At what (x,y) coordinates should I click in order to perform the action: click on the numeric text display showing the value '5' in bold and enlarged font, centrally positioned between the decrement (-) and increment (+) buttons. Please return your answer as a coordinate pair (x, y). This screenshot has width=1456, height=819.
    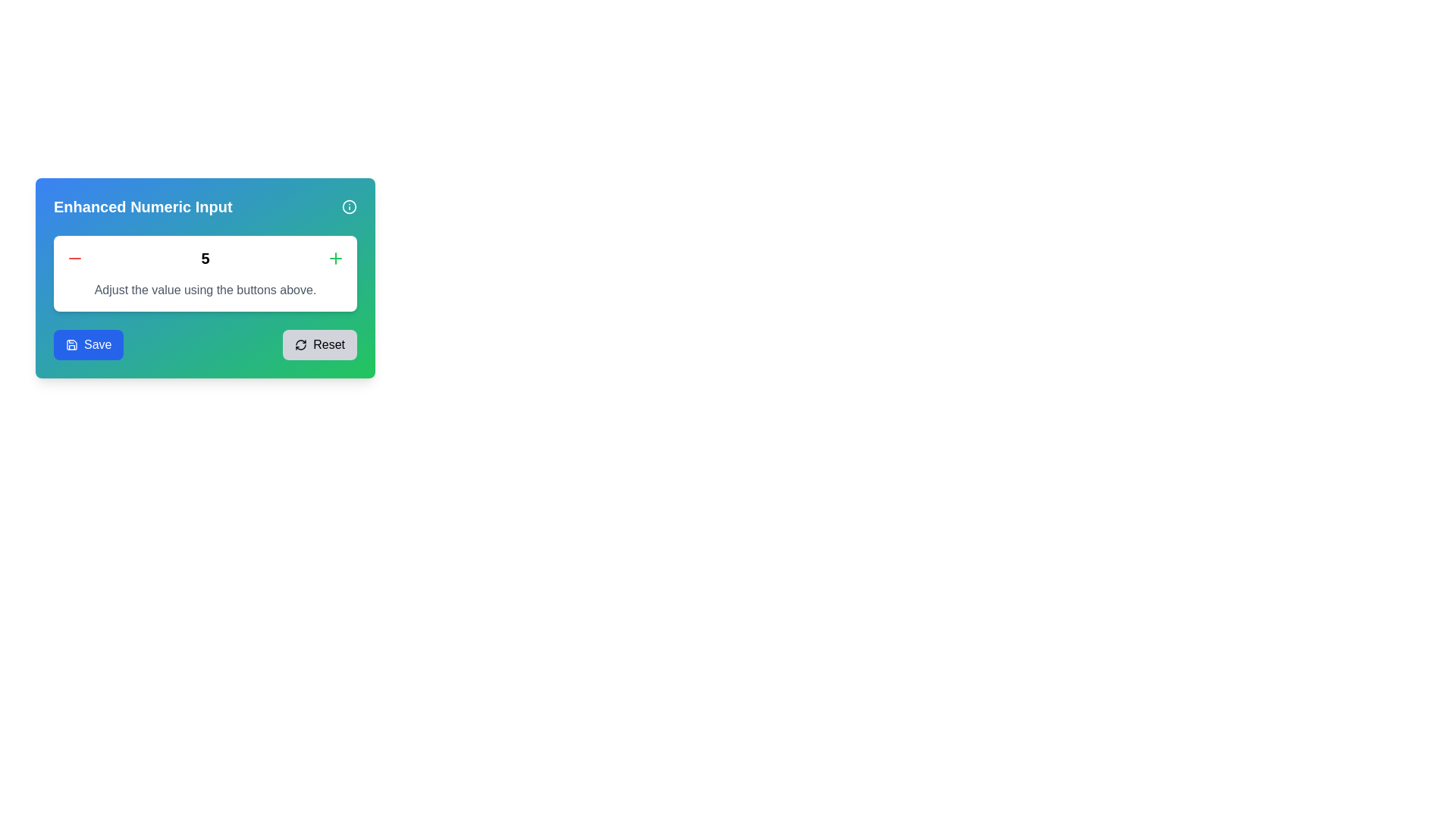
    Looking at the image, I should click on (204, 257).